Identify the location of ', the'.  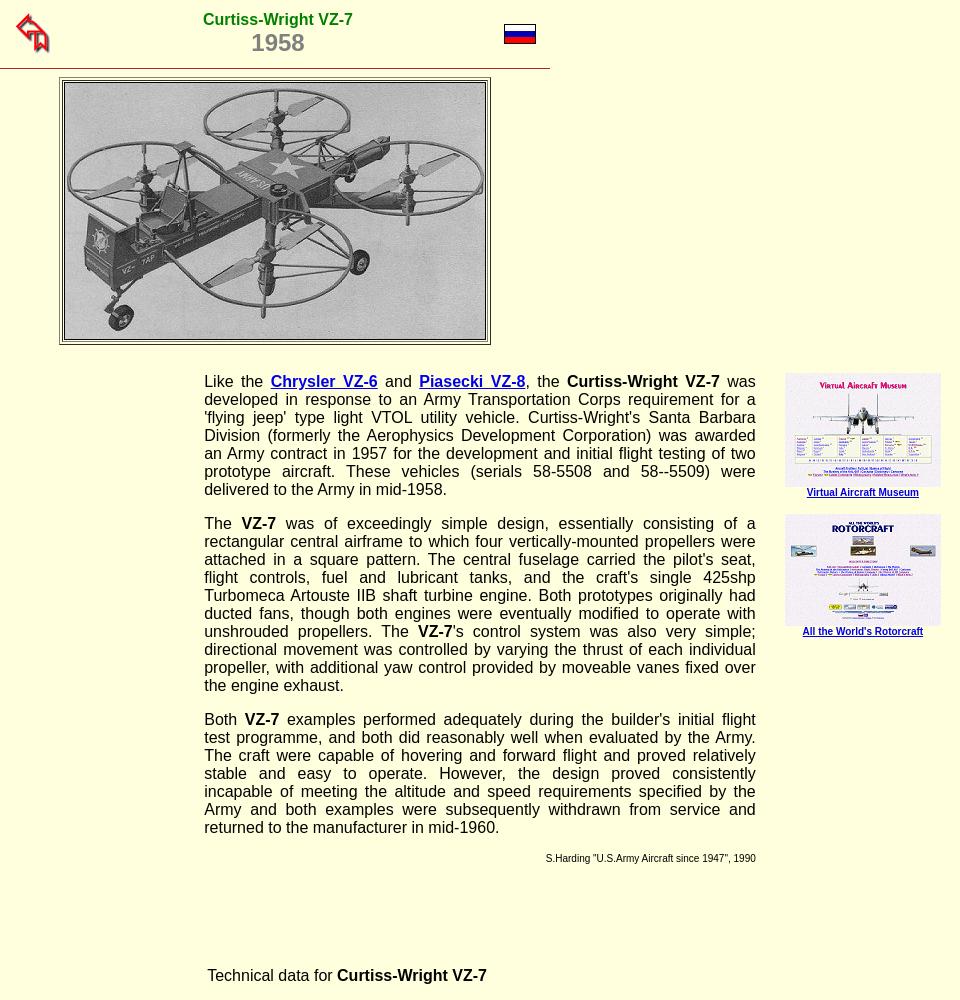
(545, 381).